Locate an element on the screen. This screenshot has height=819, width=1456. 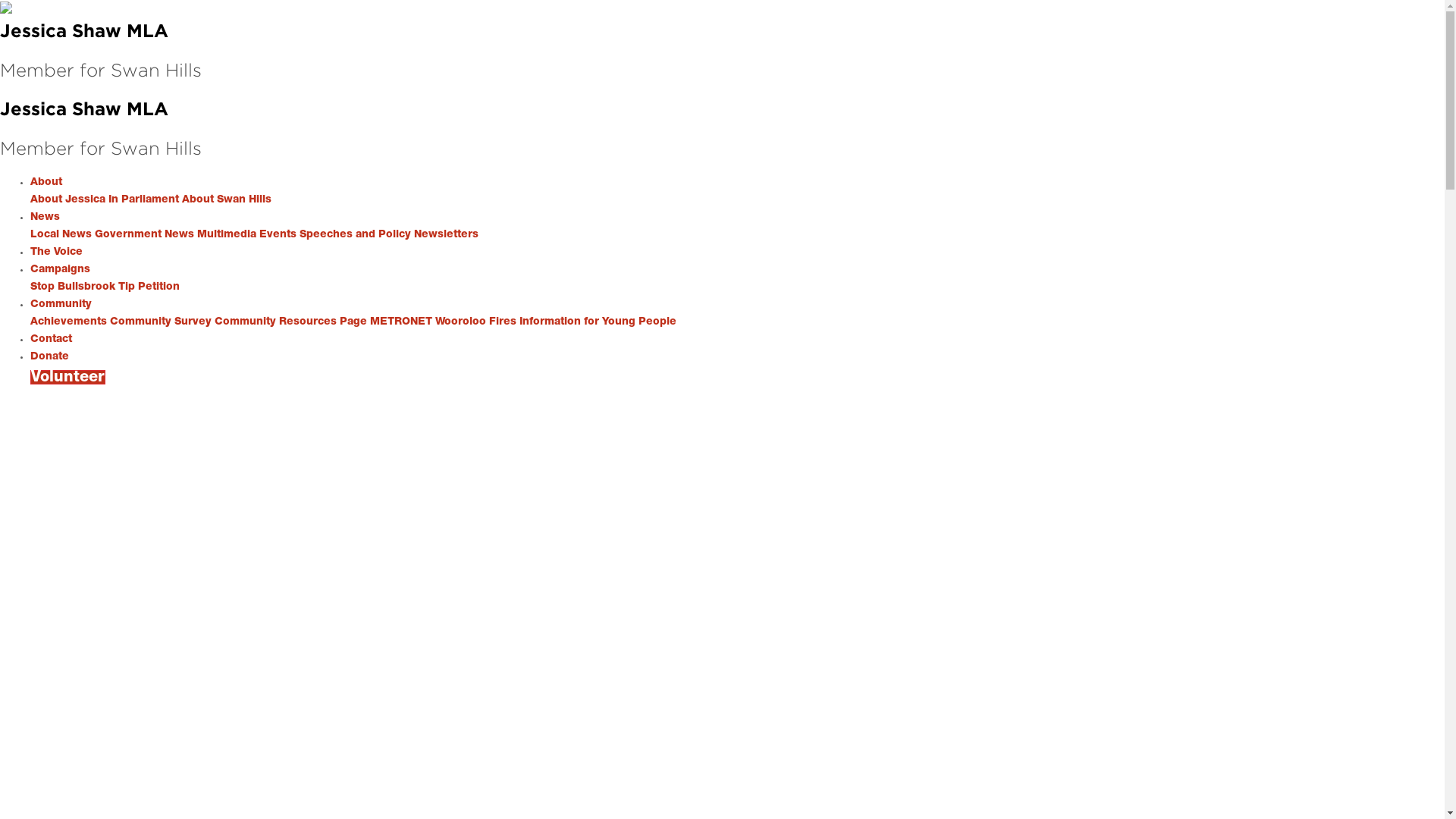
'Donate' is located at coordinates (49, 356).